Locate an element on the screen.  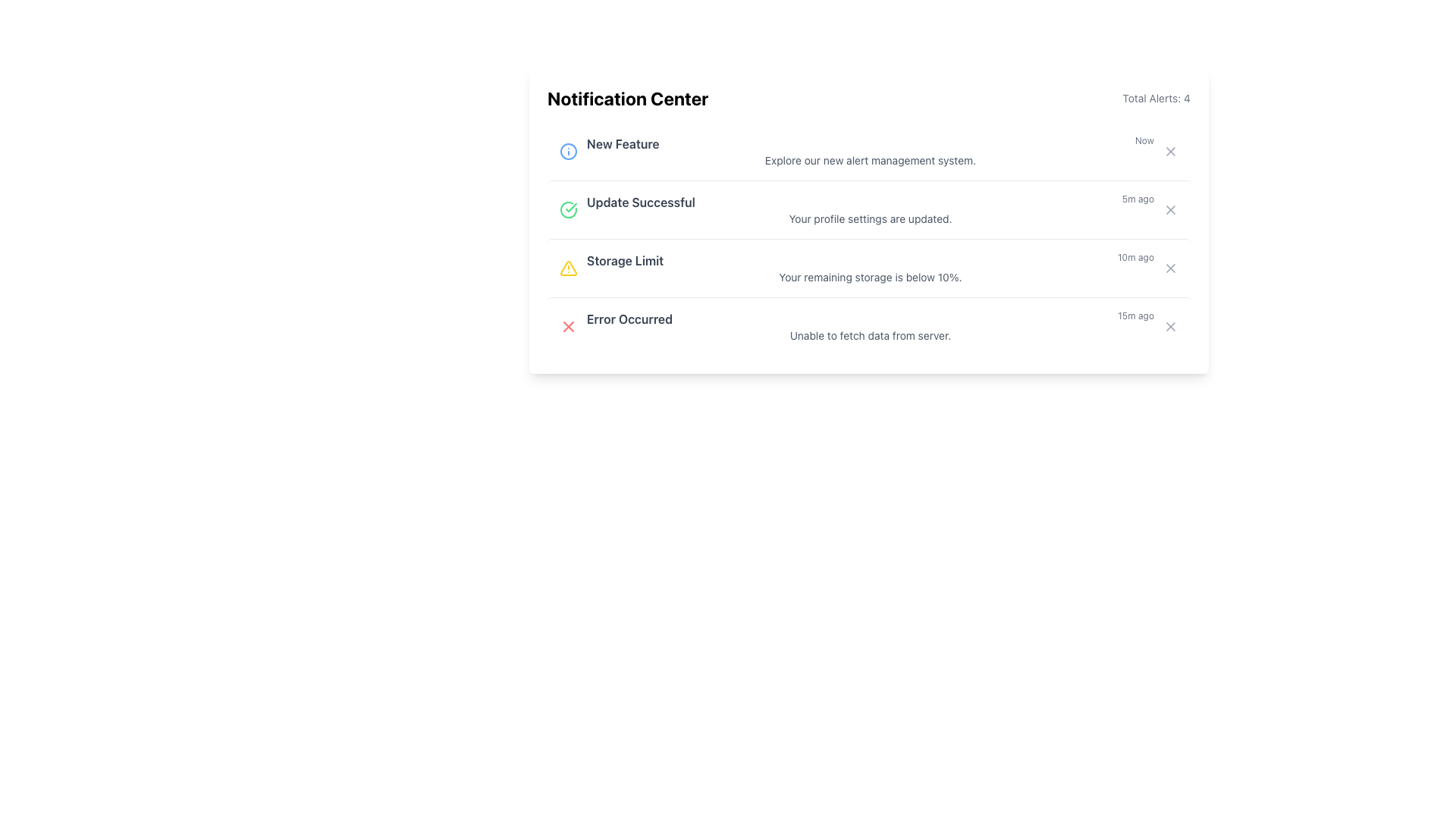
text content of the title label in the second notification entry row, which is positioned to the left of a timestamp and adjacent to an icon is located at coordinates (641, 201).